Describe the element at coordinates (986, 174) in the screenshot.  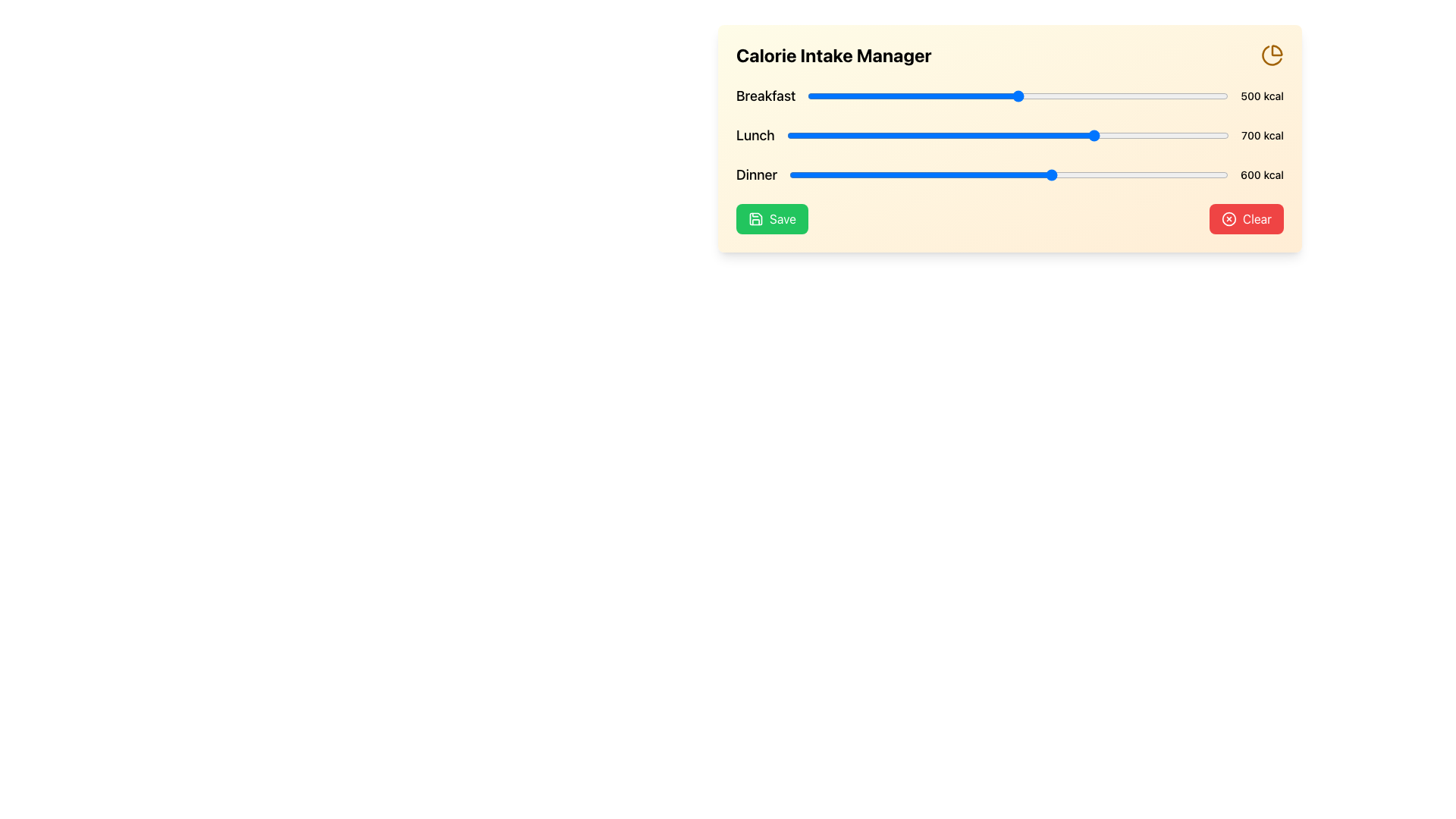
I see `Dinner kcal` at that location.